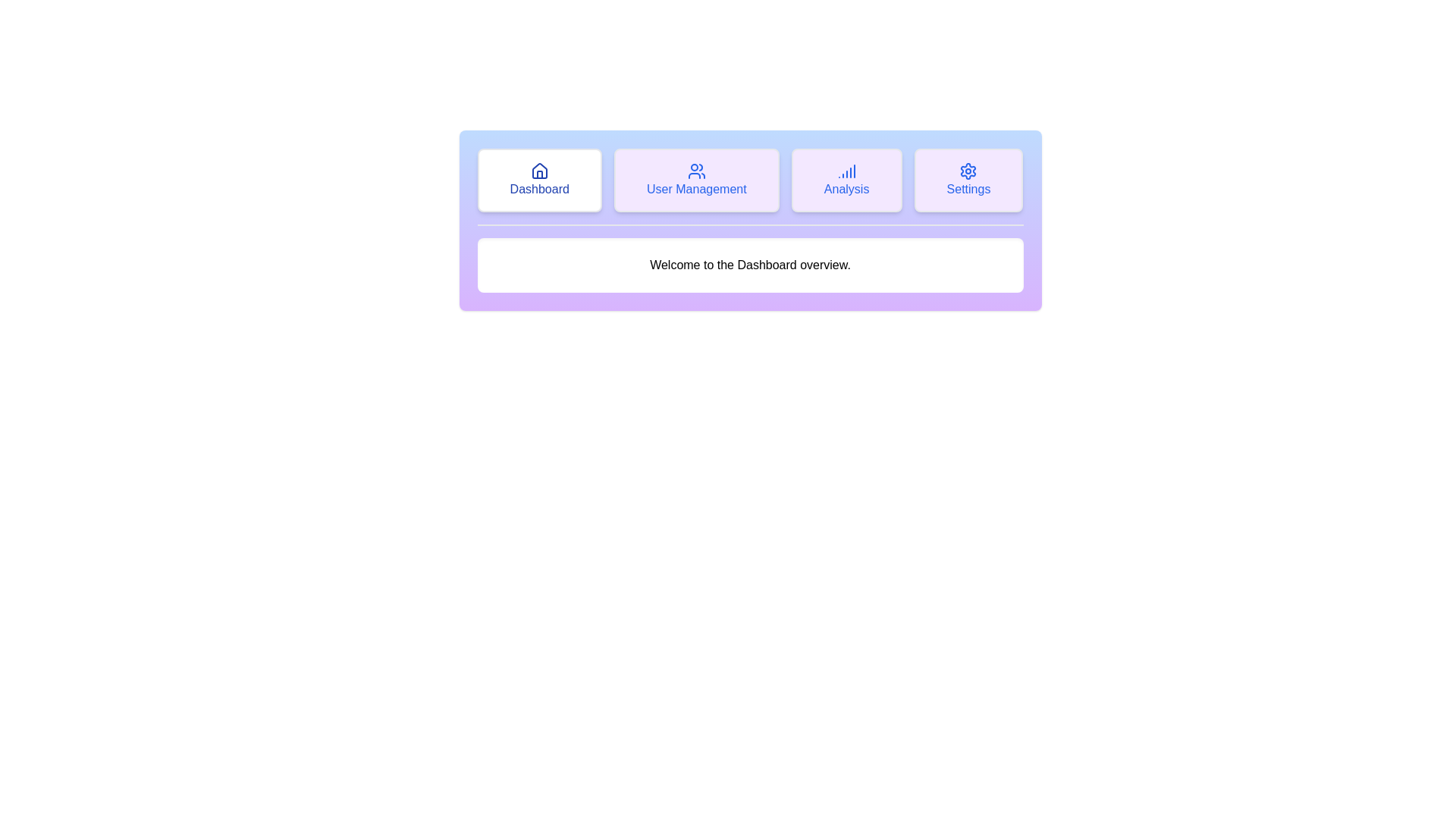 This screenshot has height=819, width=1456. What do you see at coordinates (968, 171) in the screenshot?
I see `the 'Settings' icon located in the top-right corner of the card bar, which represents the configuration options` at bounding box center [968, 171].